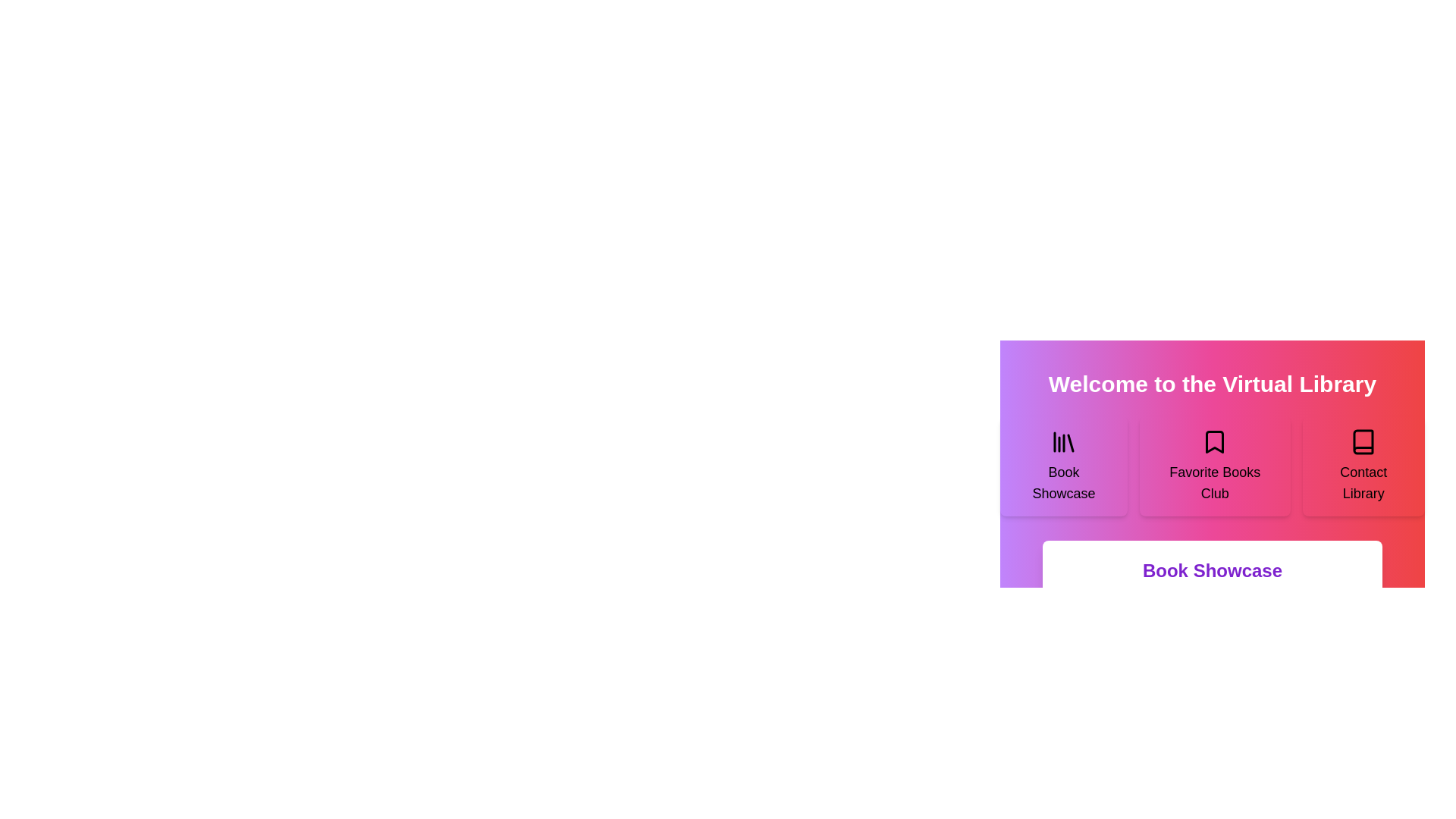 The width and height of the screenshot is (1456, 819). I want to click on the section Favorite Books Club to read its description, so click(1215, 465).